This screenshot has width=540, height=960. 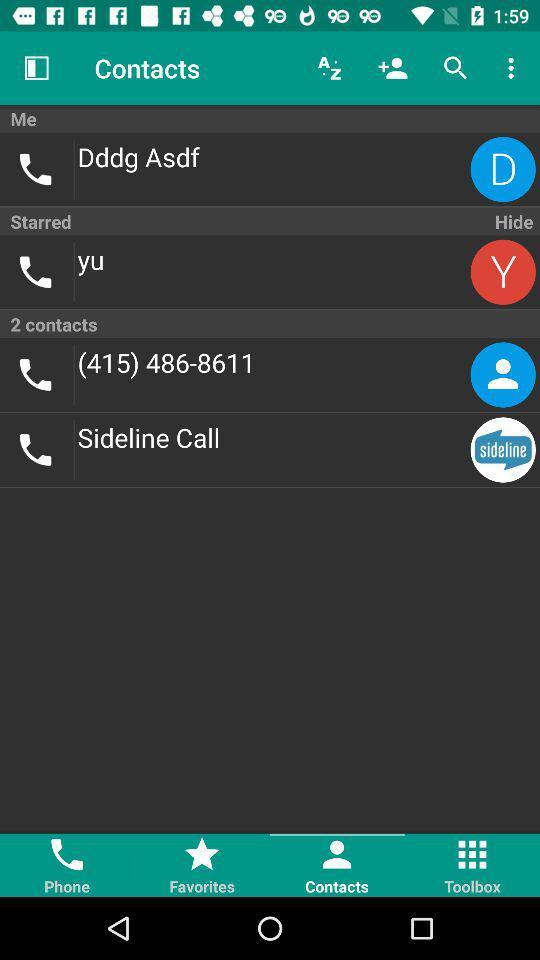 I want to click on item next to the contacts icon, so click(x=36, y=68).